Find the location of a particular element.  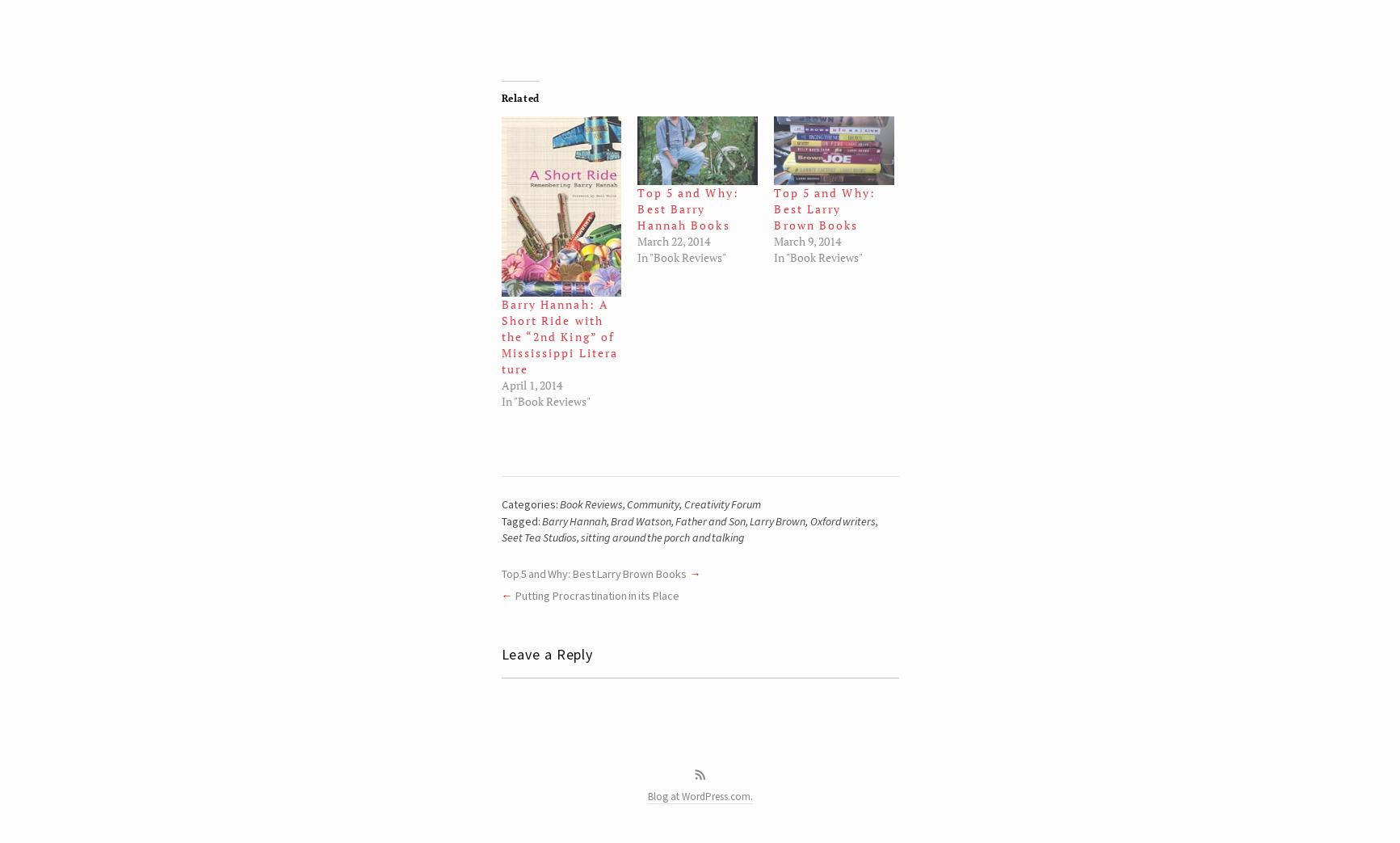

'Creativity Forum' is located at coordinates (683, 504).